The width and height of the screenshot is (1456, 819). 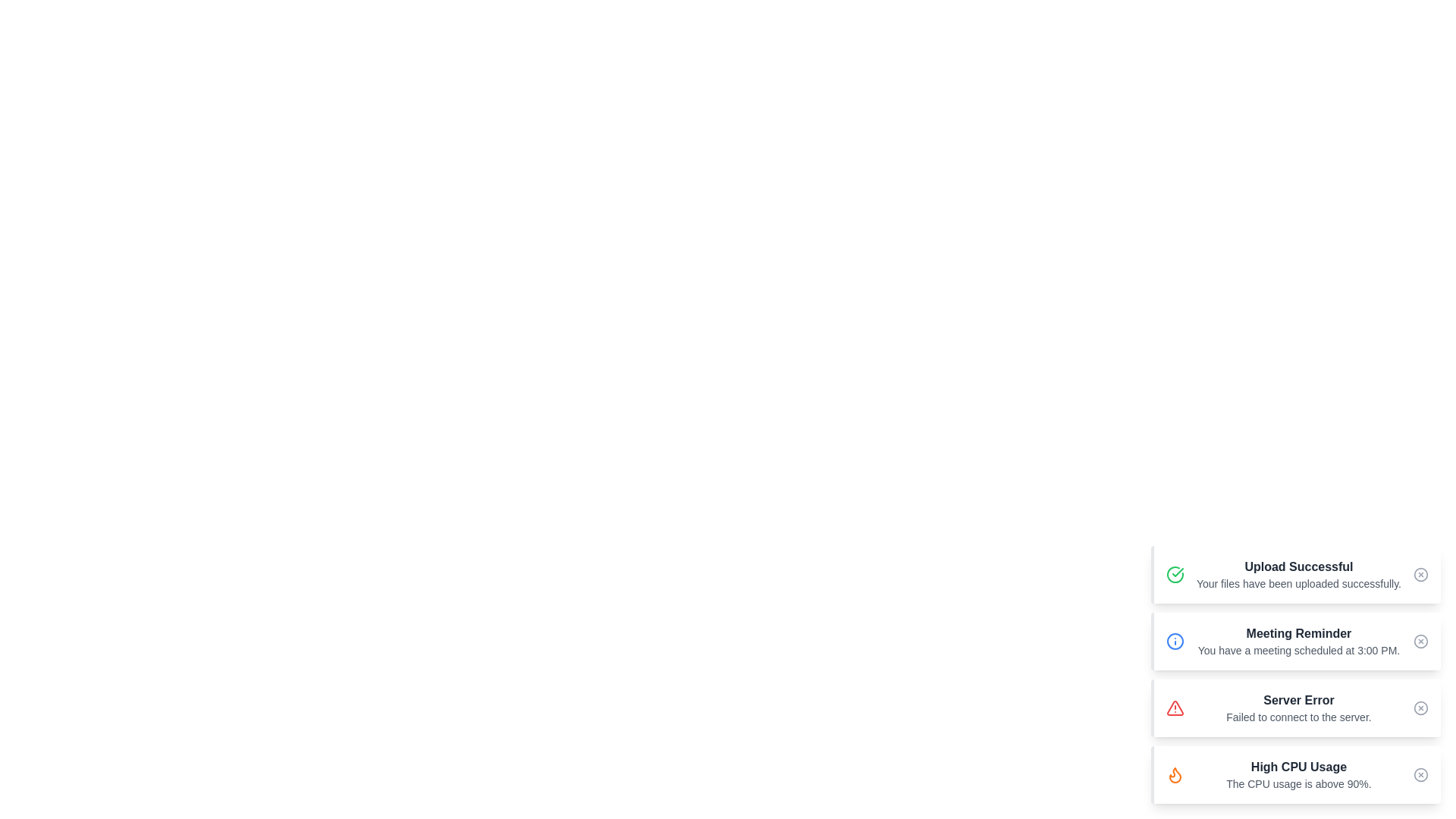 I want to click on the alert with title Server Error to activate the hover effect, so click(x=1294, y=708).